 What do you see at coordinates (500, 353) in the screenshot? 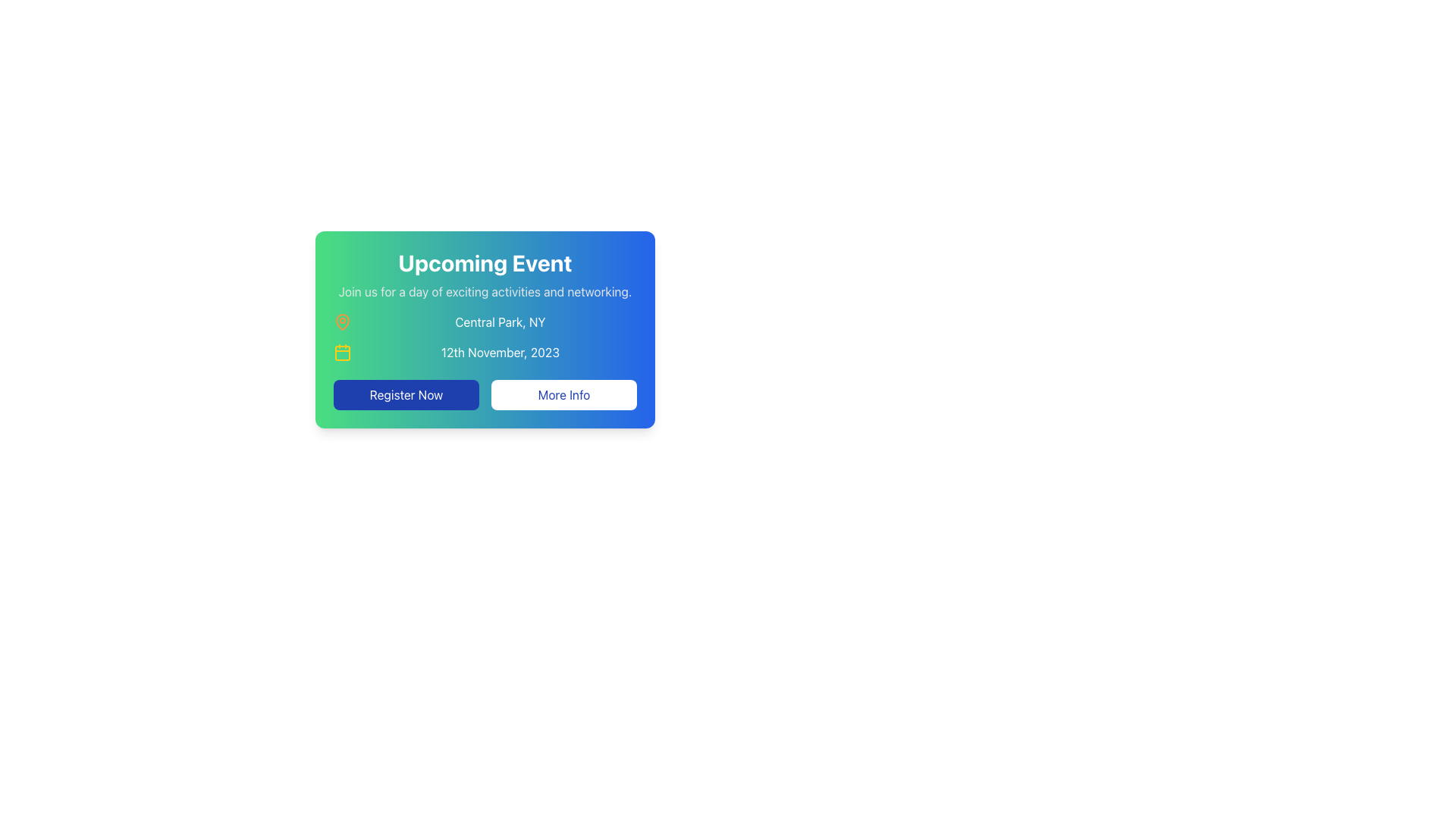
I see `the non-interactive text label that displays the date information for the upcoming event, located below the 'Central Park, NY' text and to the right of a yellow calendar icon` at bounding box center [500, 353].